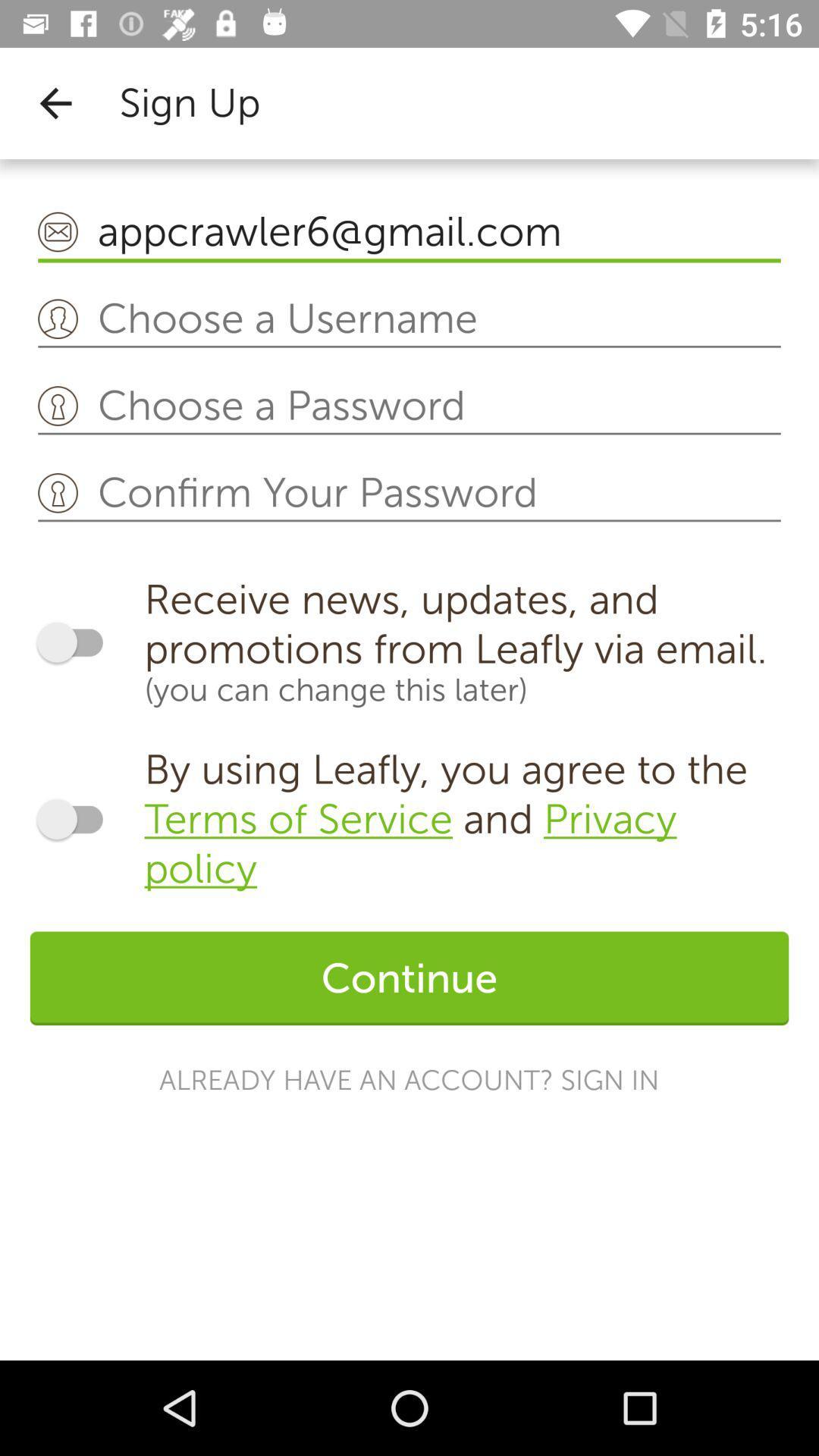  Describe the element at coordinates (55, 102) in the screenshot. I see `the item next to sign up icon` at that location.